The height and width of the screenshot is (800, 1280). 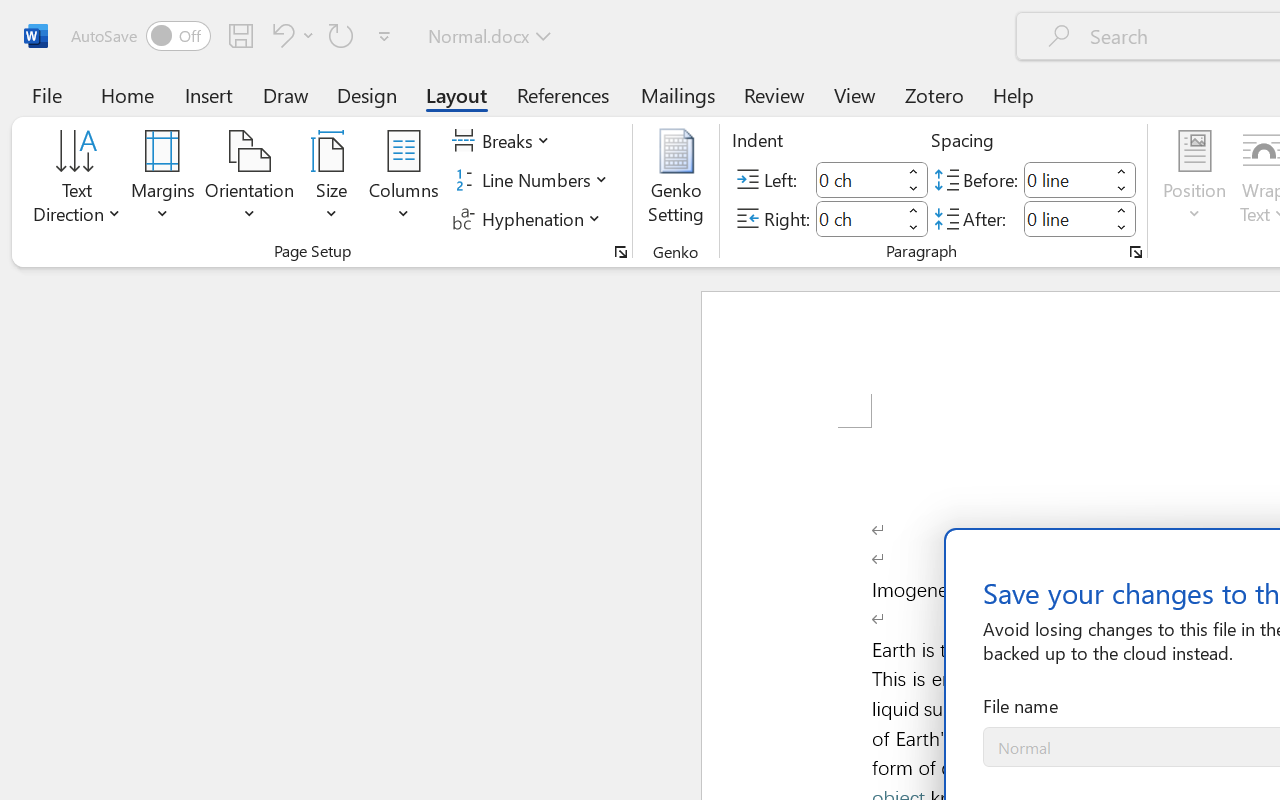 I want to click on 'Columns', so click(x=403, y=179).